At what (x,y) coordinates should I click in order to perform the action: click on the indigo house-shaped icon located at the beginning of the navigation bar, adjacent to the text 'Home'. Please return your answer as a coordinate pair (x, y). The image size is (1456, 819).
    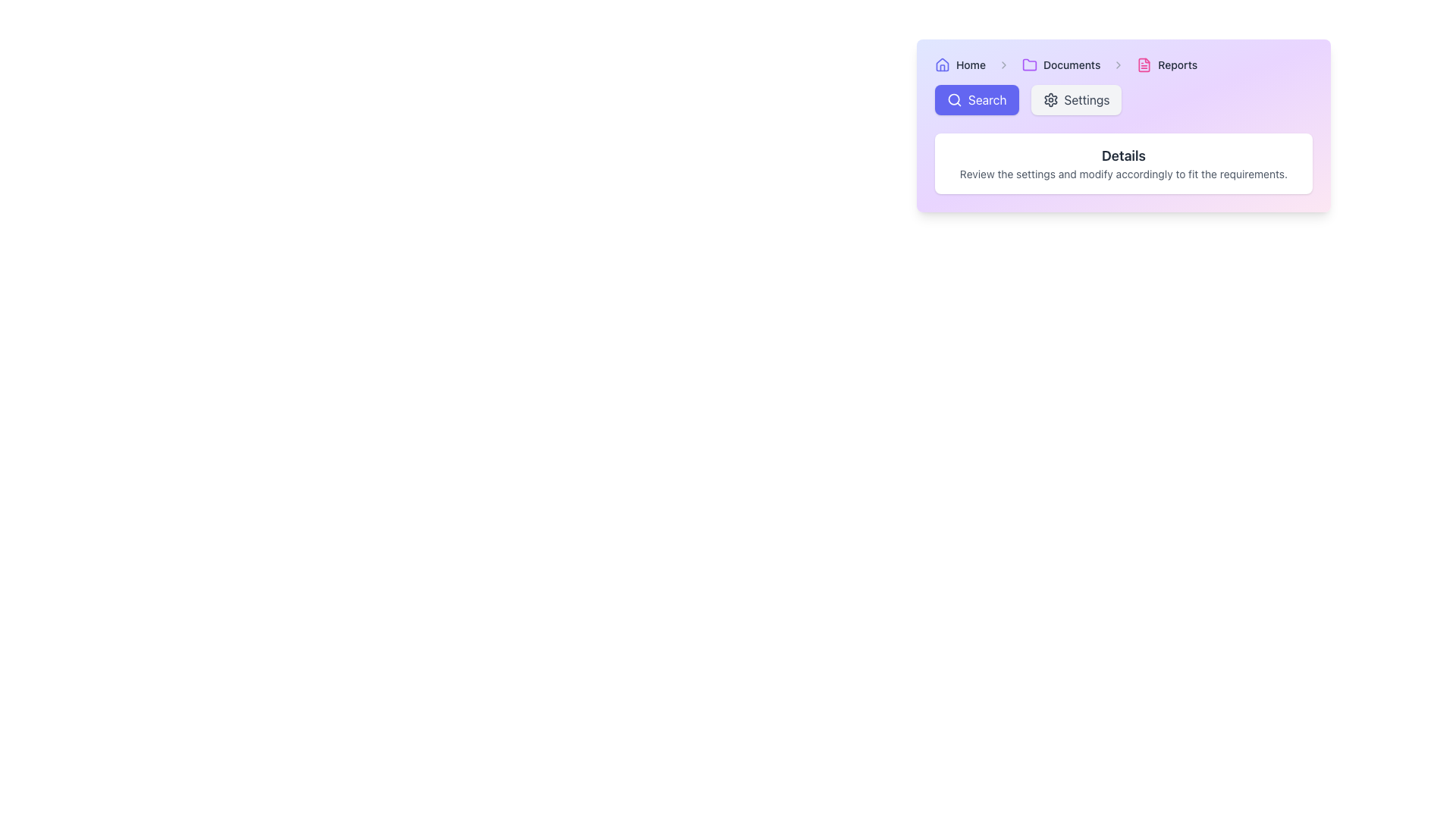
    Looking at the image, I should click on (942, 64).